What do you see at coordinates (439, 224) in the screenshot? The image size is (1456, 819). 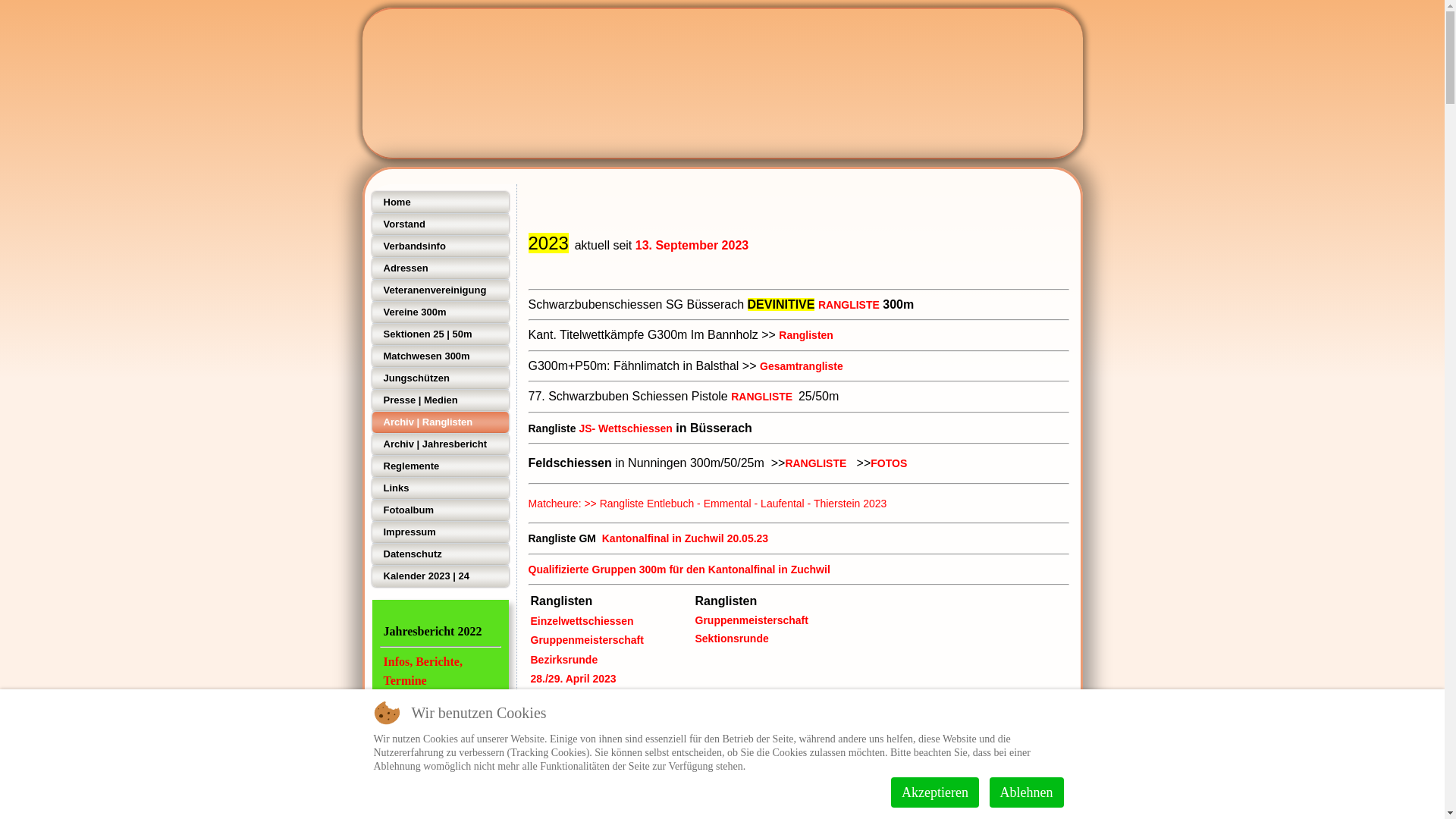 I see `'Vorstand'` at bounding box center [439, 224].